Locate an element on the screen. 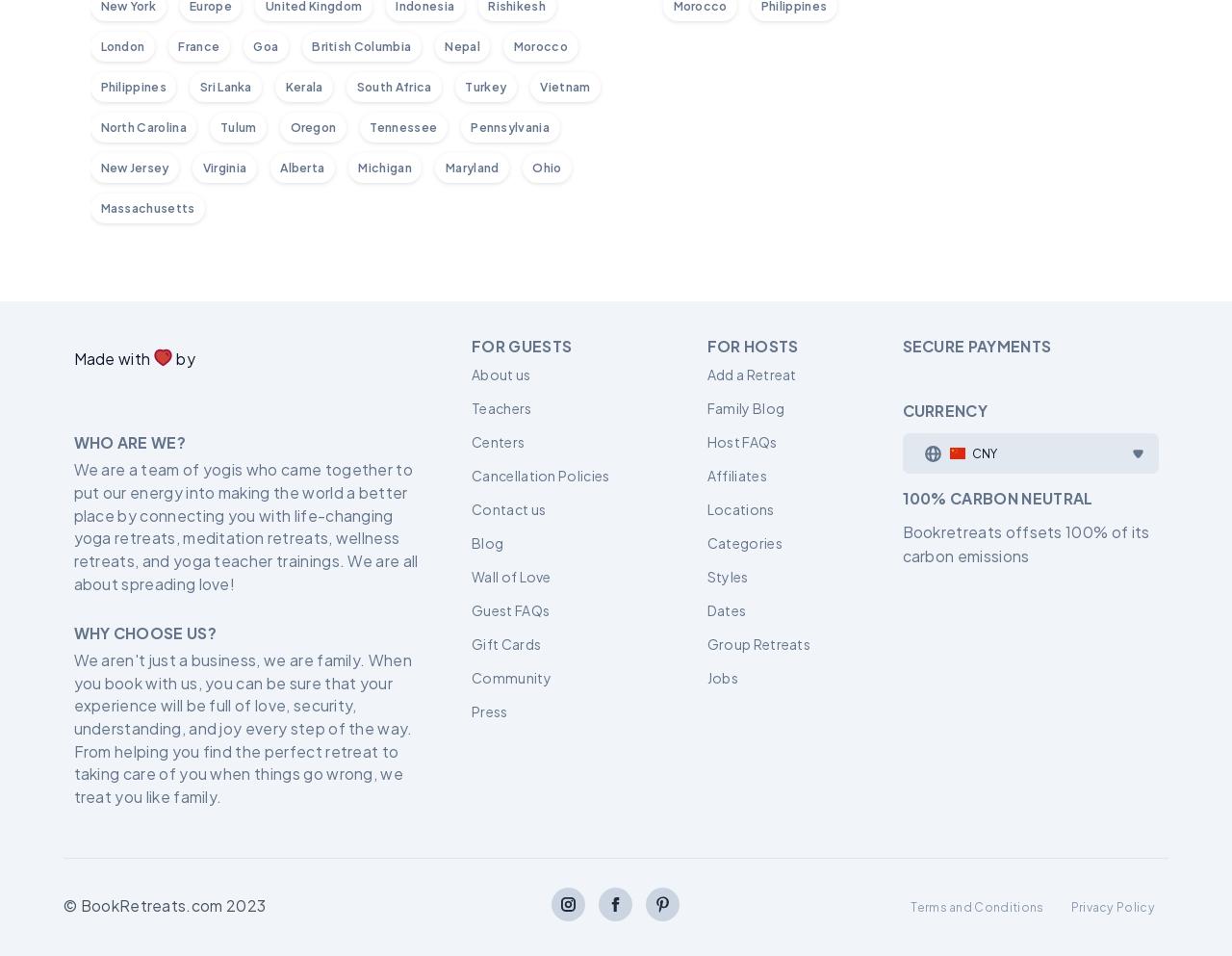 The height and width of the screenshot is (956, 1232). 'Oregon' is located at coordinates (312, 125).